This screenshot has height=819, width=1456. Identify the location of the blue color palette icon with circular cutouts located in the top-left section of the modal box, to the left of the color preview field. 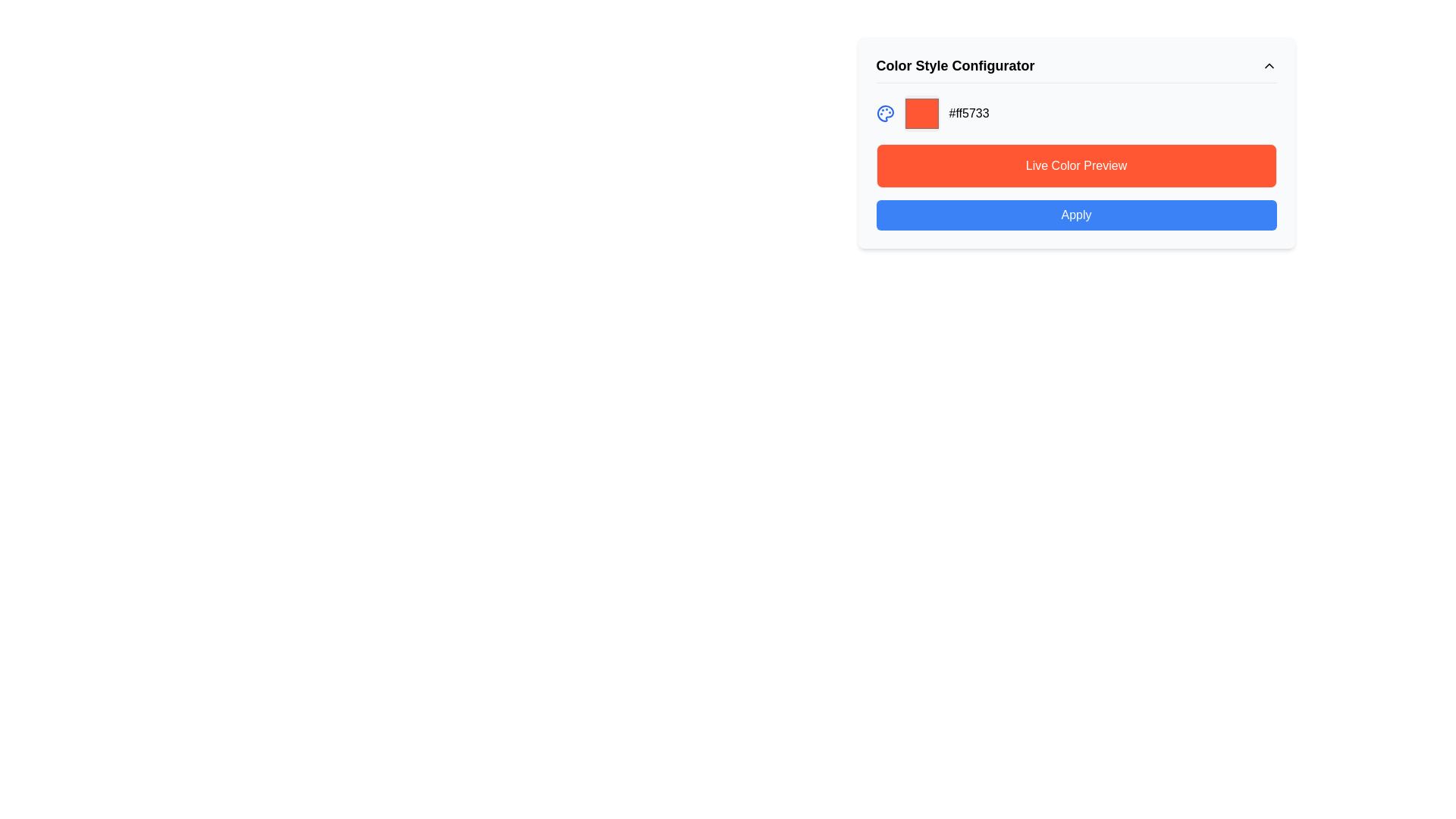
(885, 113).